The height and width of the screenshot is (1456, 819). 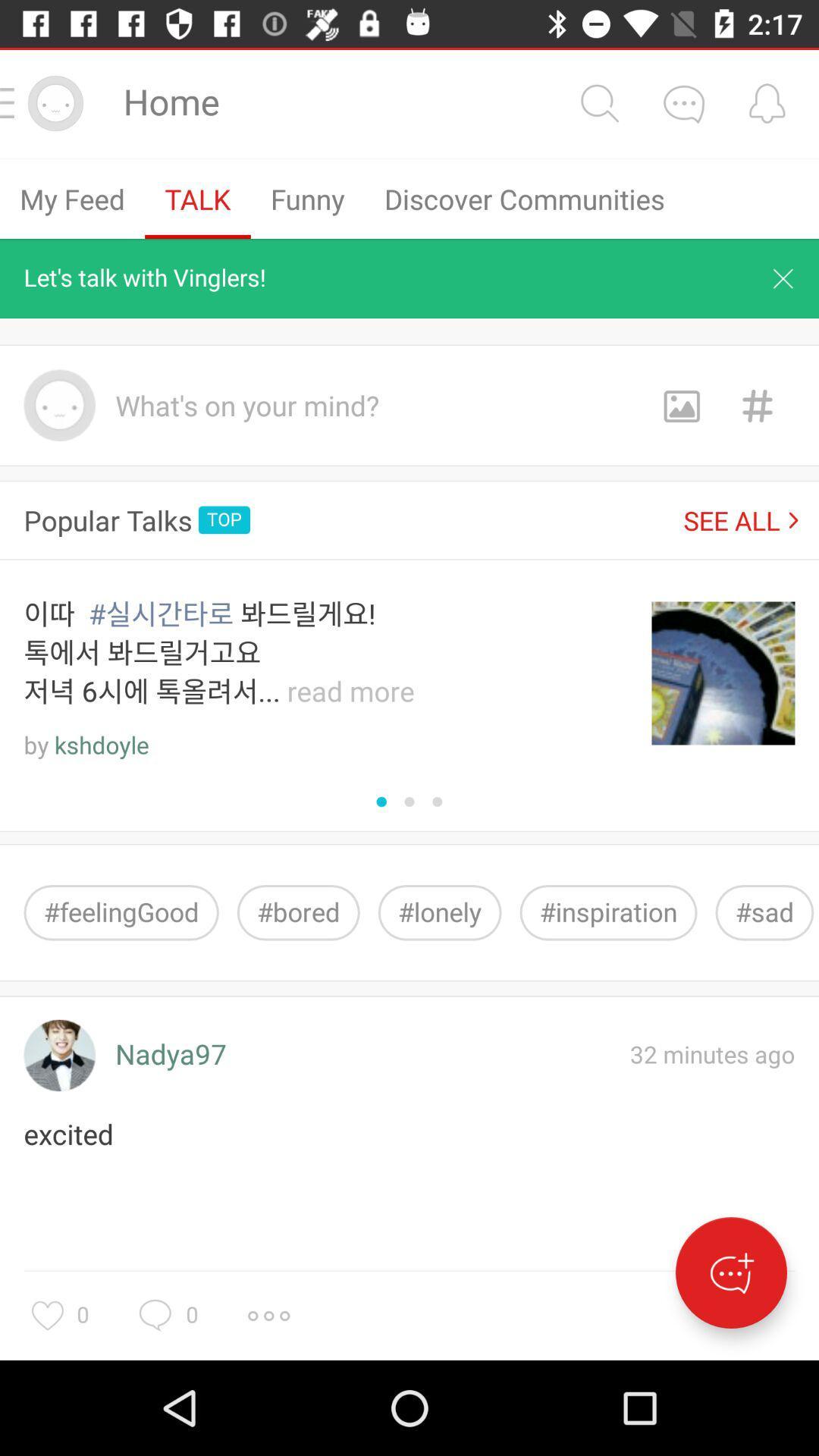 What do you see at coordinates (598, 102) in the screenshot?
I see `the search icon` at bounding box center [598, 102].